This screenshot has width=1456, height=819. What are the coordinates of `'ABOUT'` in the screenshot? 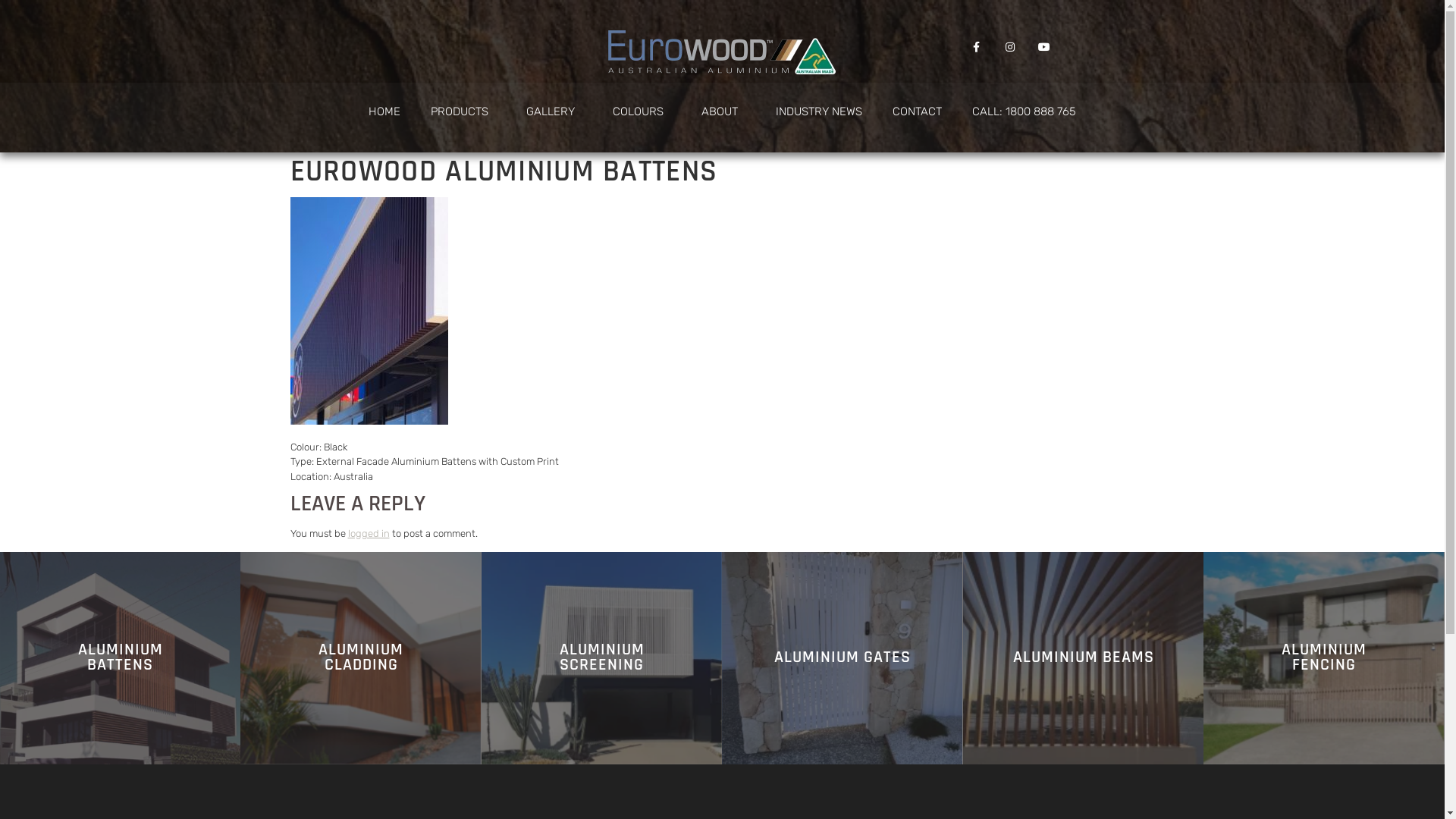 It's located at (686, 110).